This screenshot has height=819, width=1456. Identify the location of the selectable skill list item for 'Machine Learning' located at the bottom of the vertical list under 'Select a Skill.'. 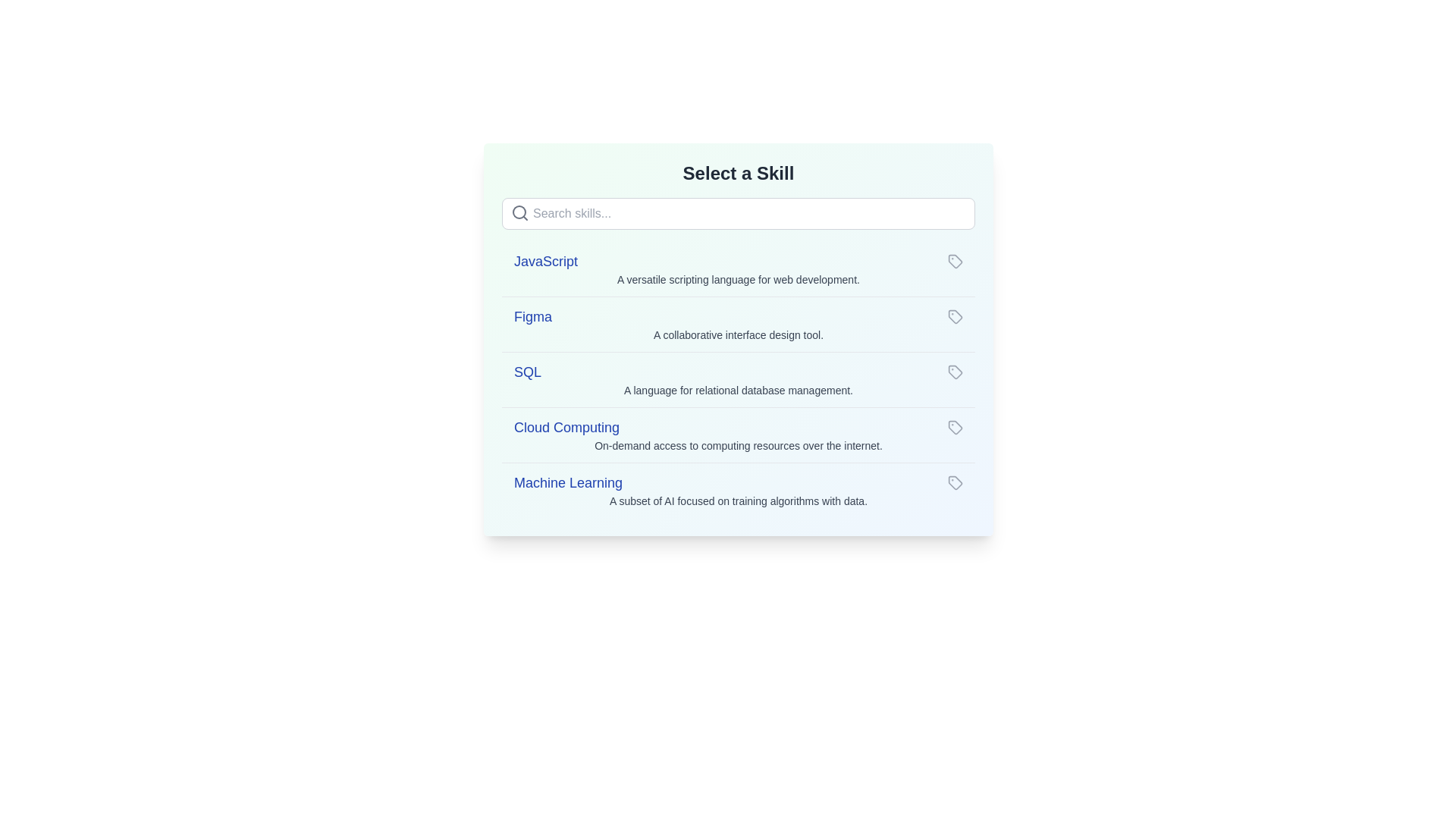
(739, 490).